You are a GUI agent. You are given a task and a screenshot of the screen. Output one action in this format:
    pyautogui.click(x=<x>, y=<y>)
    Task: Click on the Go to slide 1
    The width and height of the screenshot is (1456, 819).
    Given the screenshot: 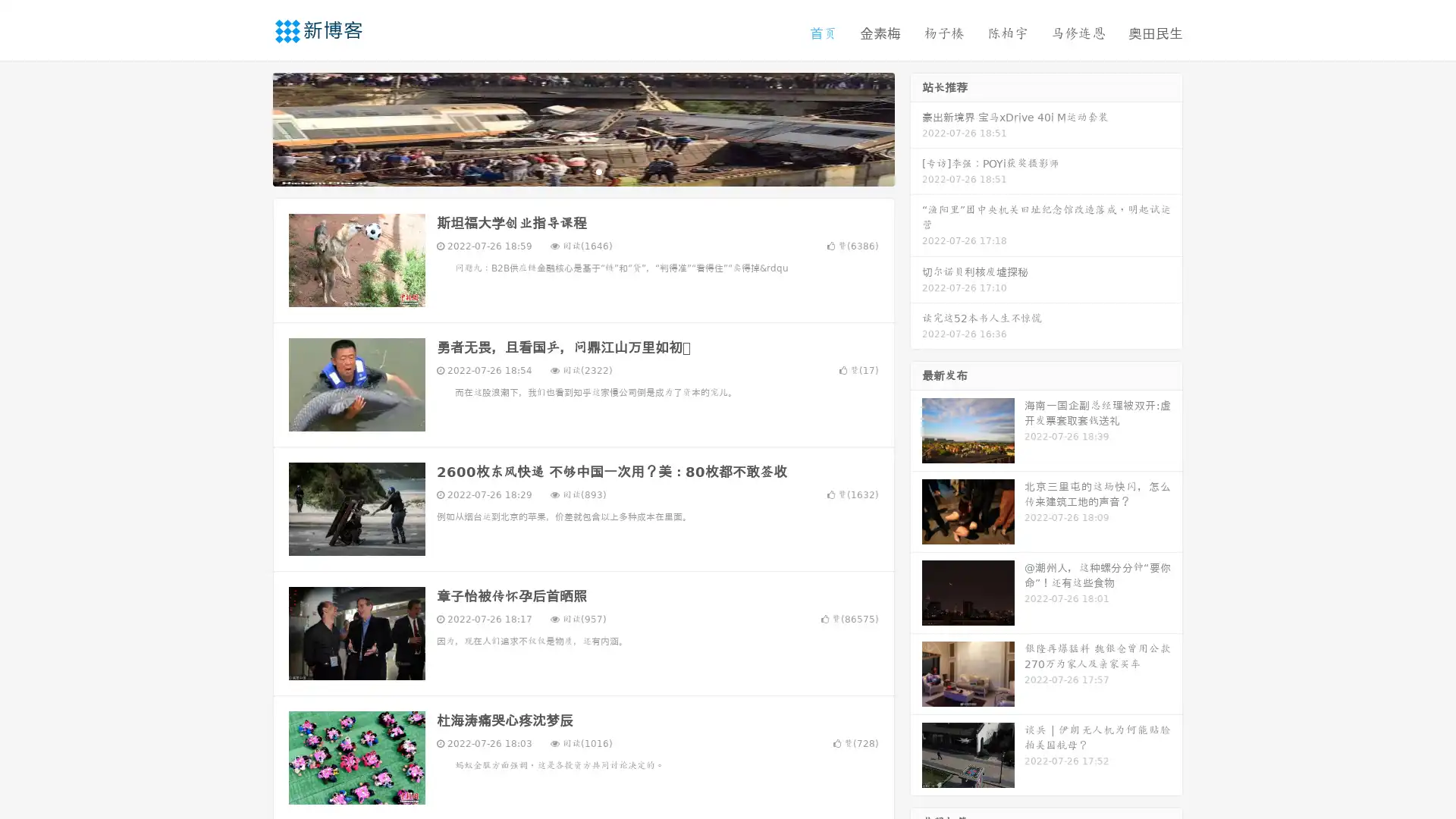 What is the action you would take?
    pyautogui.click(x=567, y=171)
    